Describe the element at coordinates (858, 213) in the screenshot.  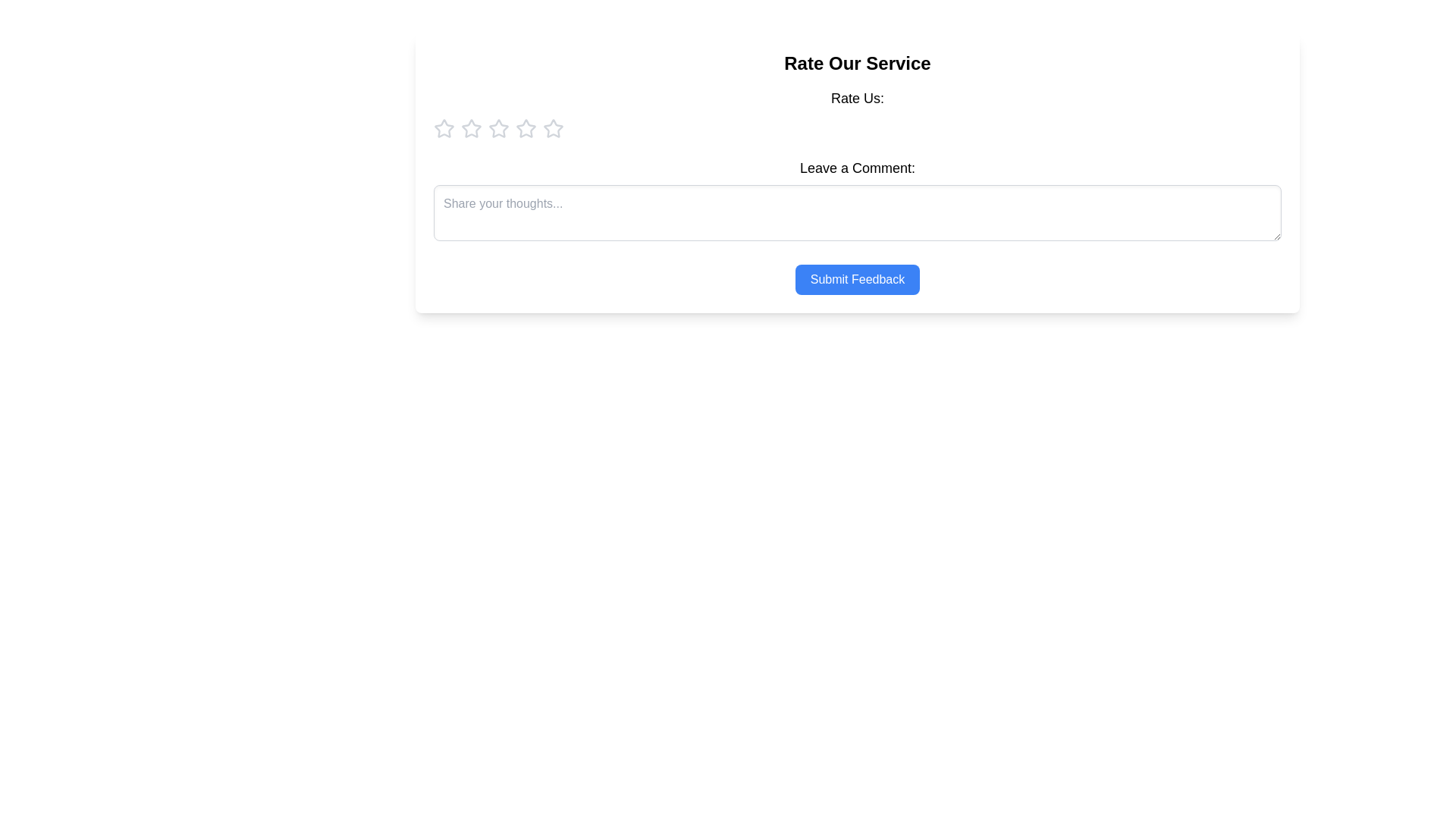
I see `the text area and type a comment` at that location.